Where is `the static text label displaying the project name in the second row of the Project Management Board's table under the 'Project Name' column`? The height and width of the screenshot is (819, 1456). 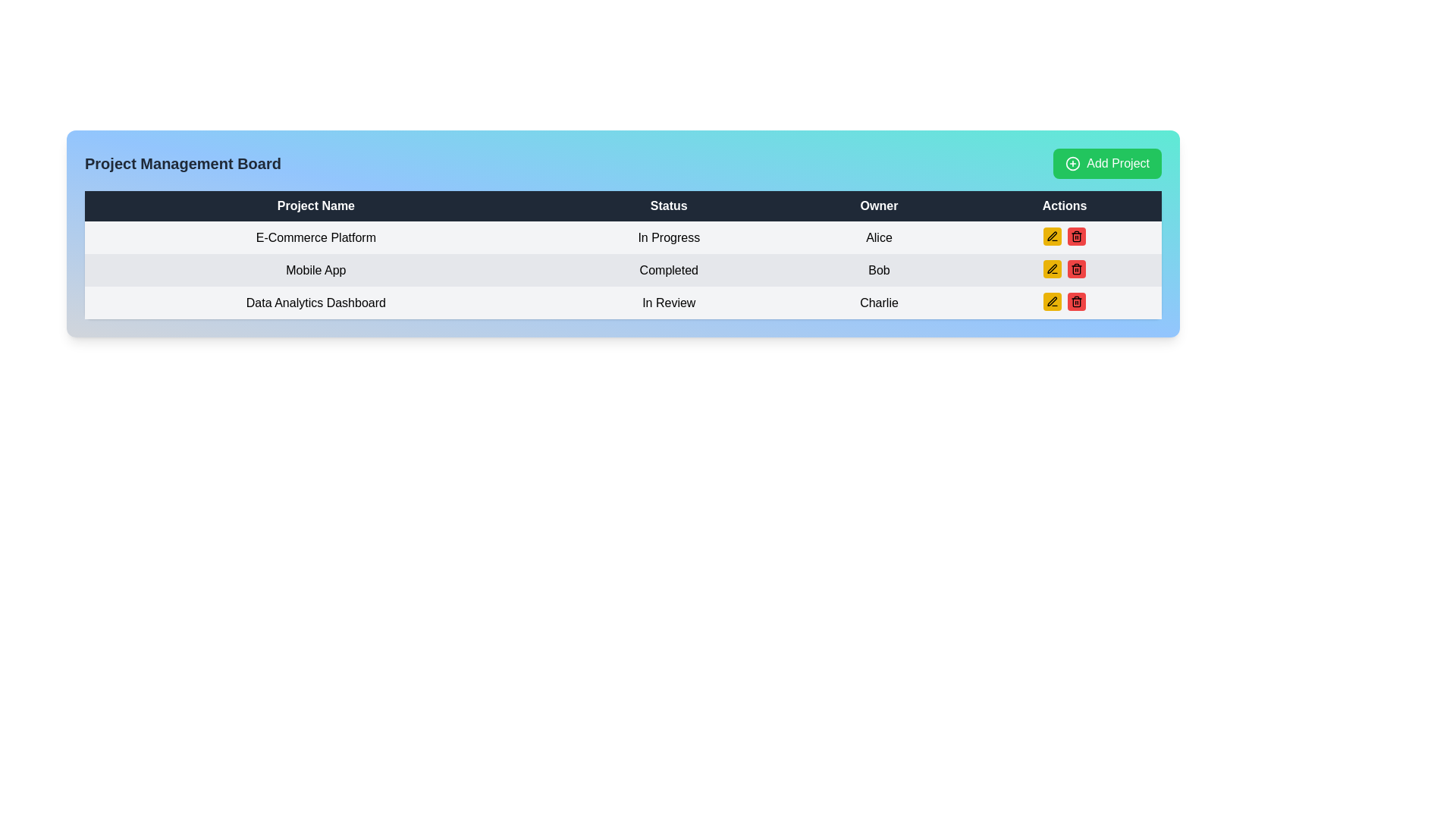
the static text label displaying the project name in the second row of the Project Management Board's table under the 'Project Name' column is located at coordinates (315, 269).